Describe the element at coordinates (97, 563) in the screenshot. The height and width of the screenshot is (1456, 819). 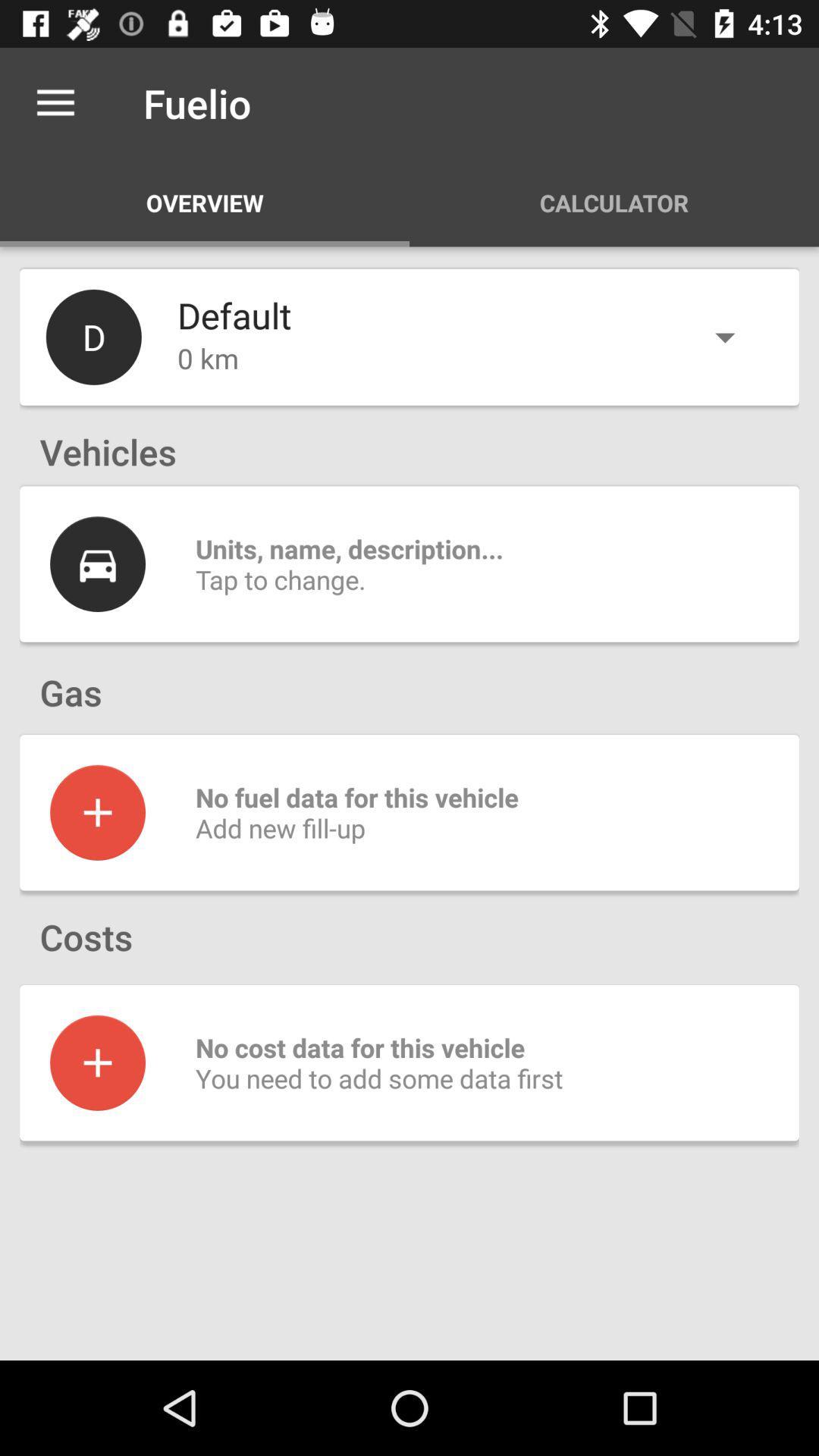
I see `user details` at that location.